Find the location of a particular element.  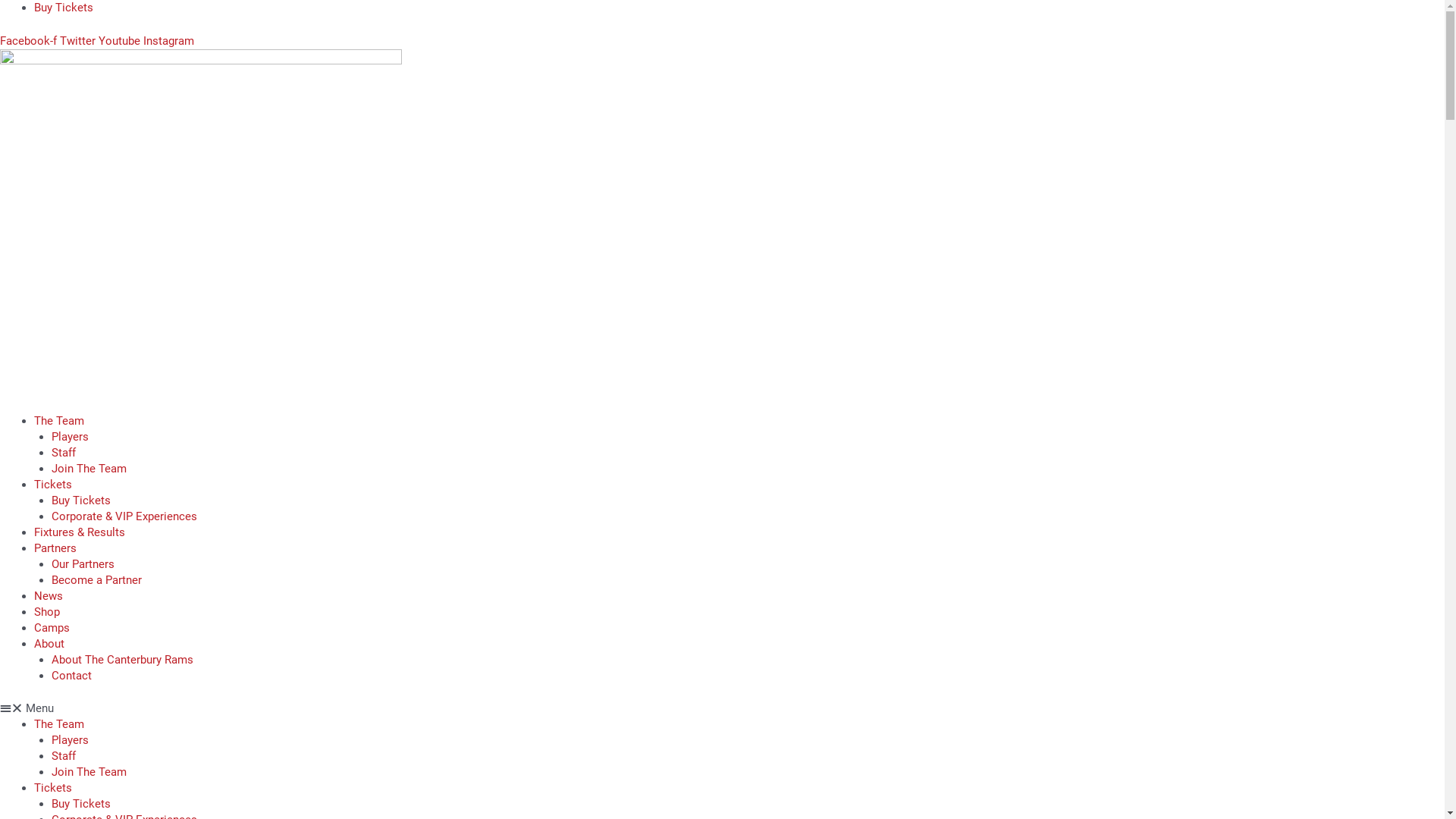

'Twitter' is located at coordinates (59, 39).